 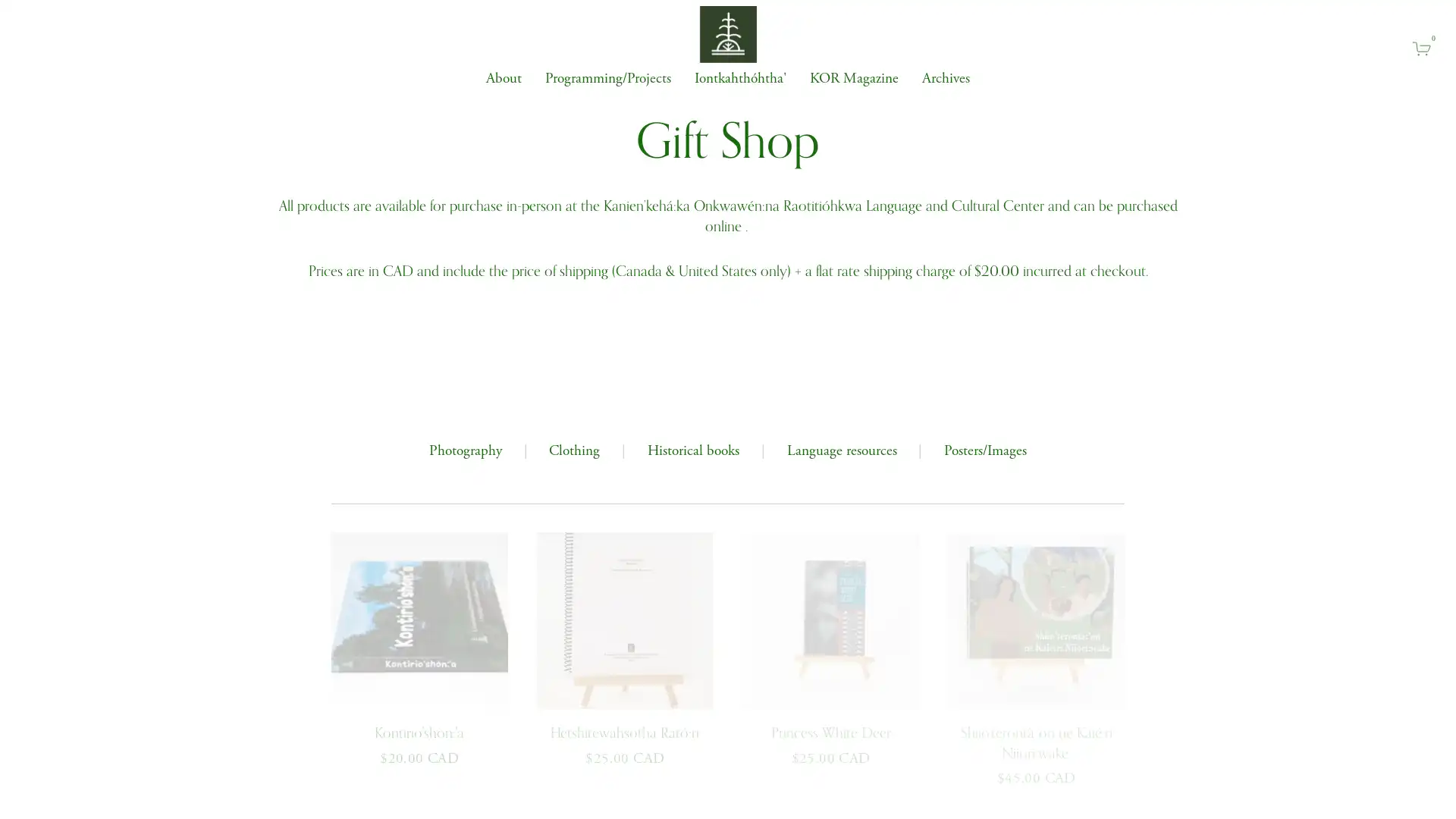 I want to click on QUICK VIEW, so click(x=419, y=637).